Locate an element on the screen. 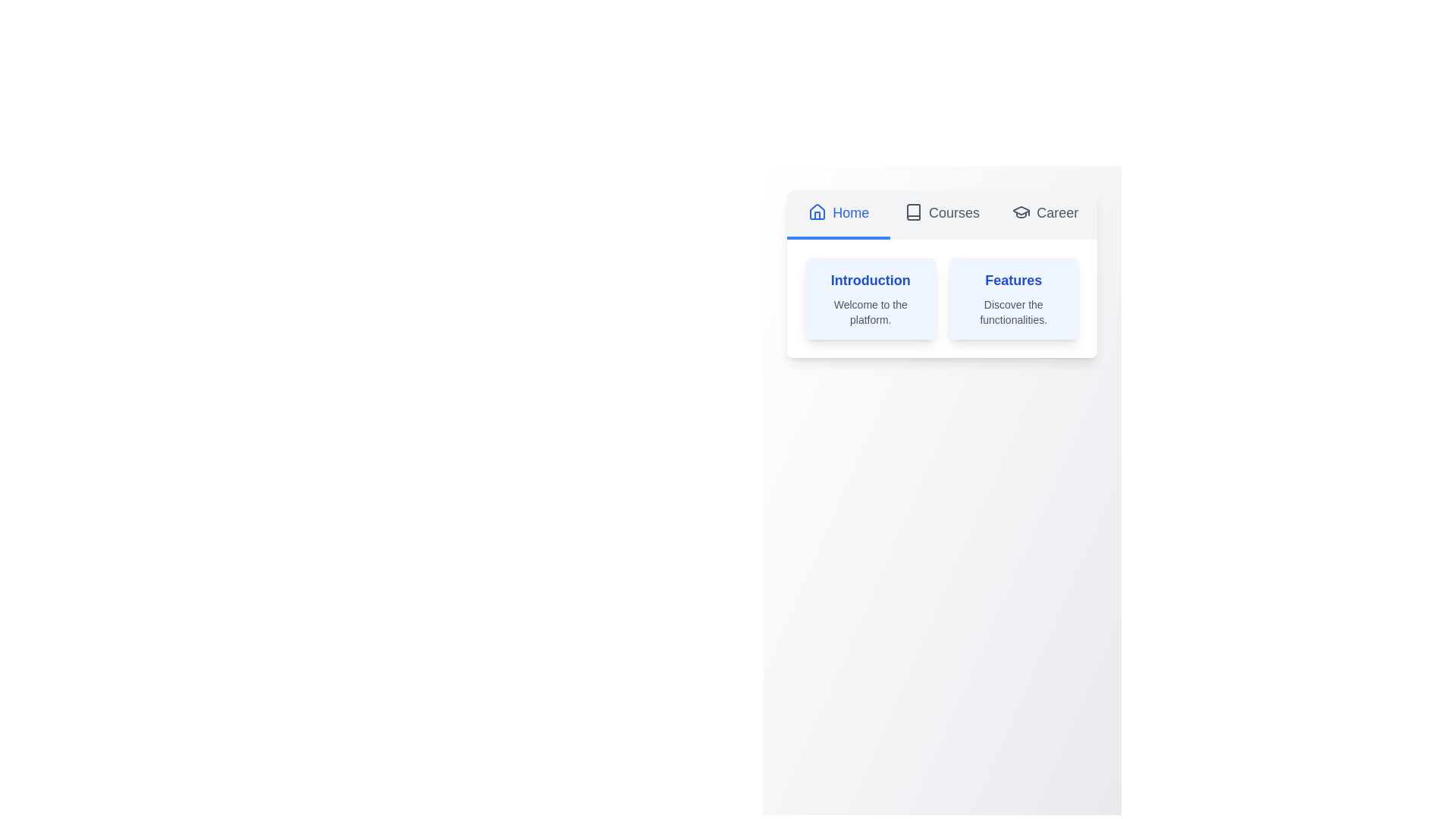  the informational card titled 'Features' with a light blue background and rounded corners located in the top right area of the layout is located at coordinates (1013, 299).